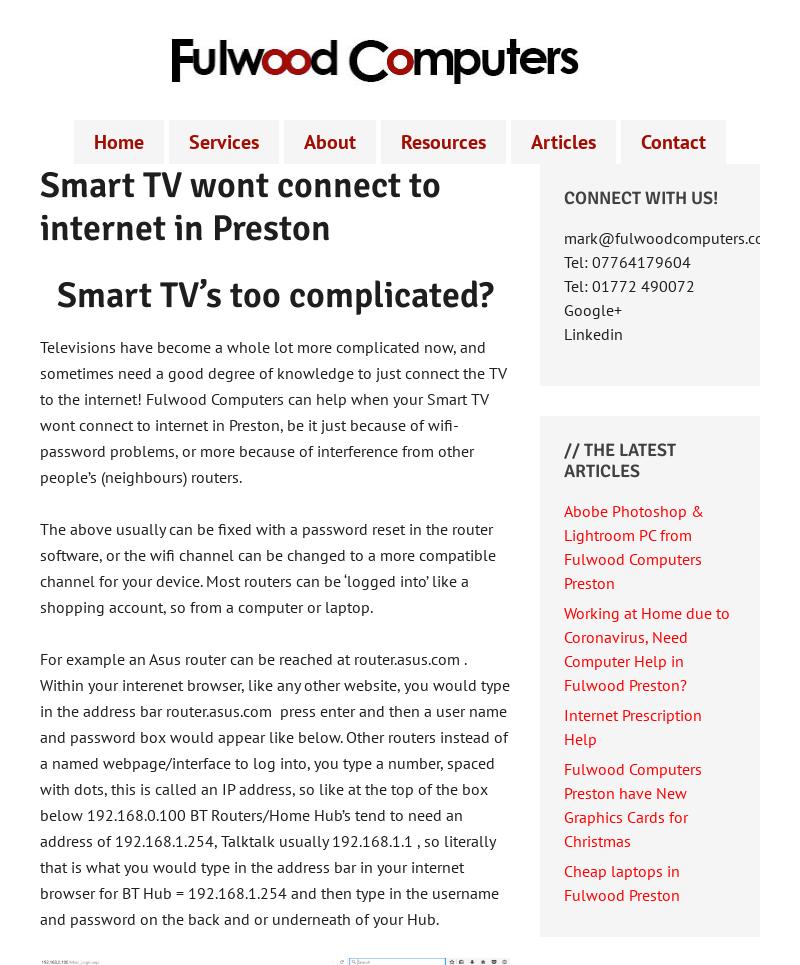 This screenshot has height=965, width=800. Describe the element at coordinates (633, 804) in the screenshot. I see `'Fulwood Computers Preston have New Graphics Cards for Christmas'` at that location.